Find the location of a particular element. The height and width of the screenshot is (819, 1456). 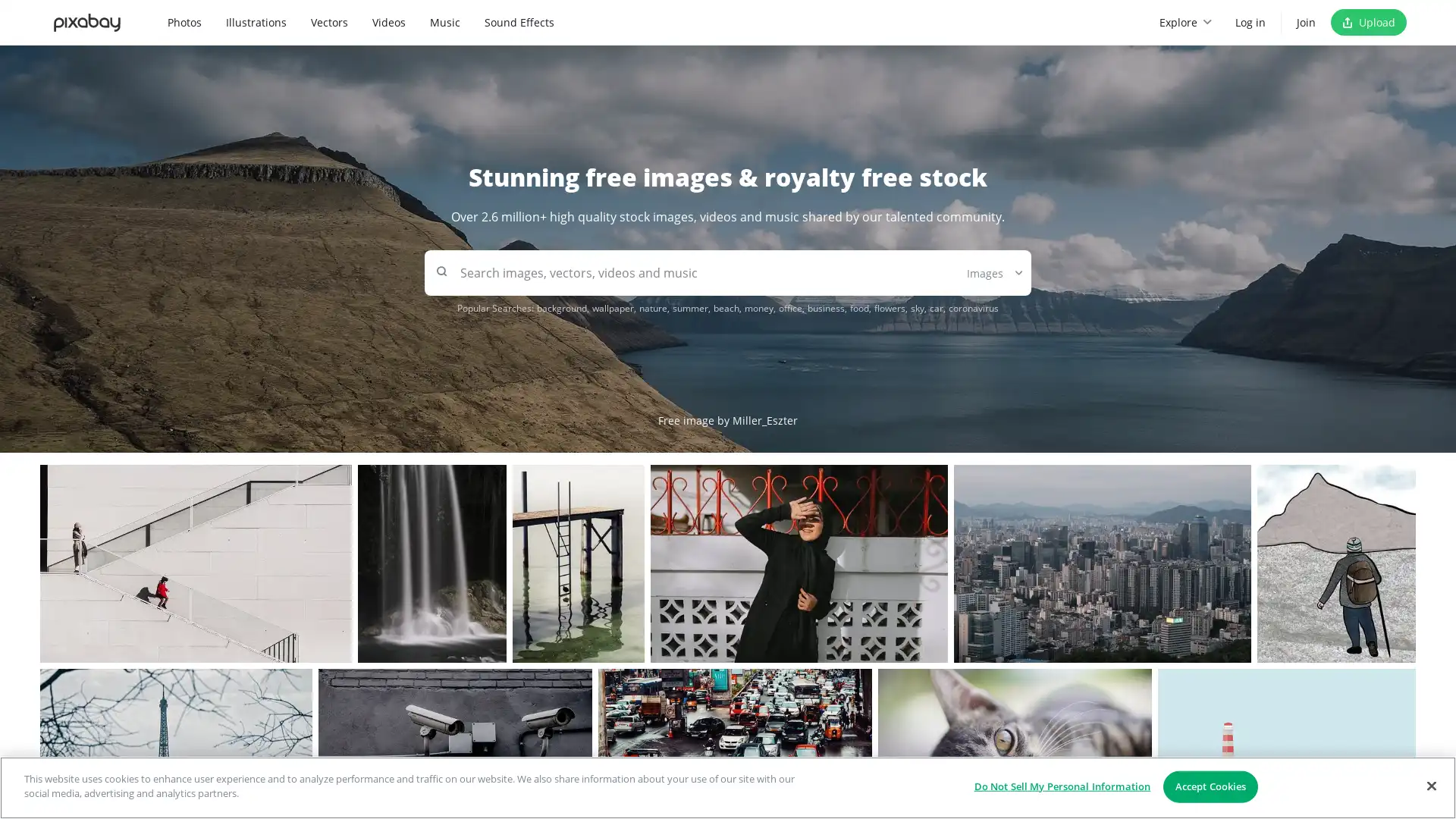

Close is located at coordinates (1430, 785).